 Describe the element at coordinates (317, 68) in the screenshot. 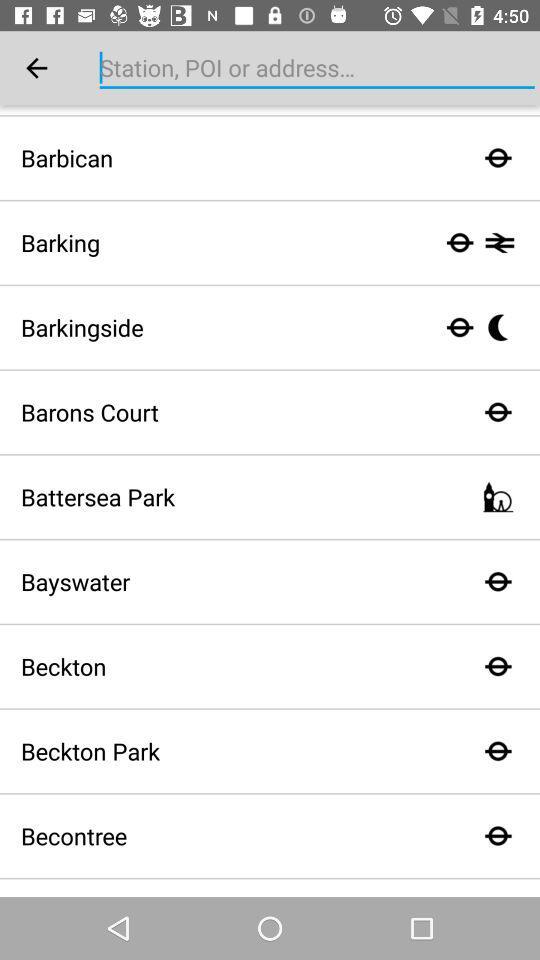

I see `address destination in box` at that location.